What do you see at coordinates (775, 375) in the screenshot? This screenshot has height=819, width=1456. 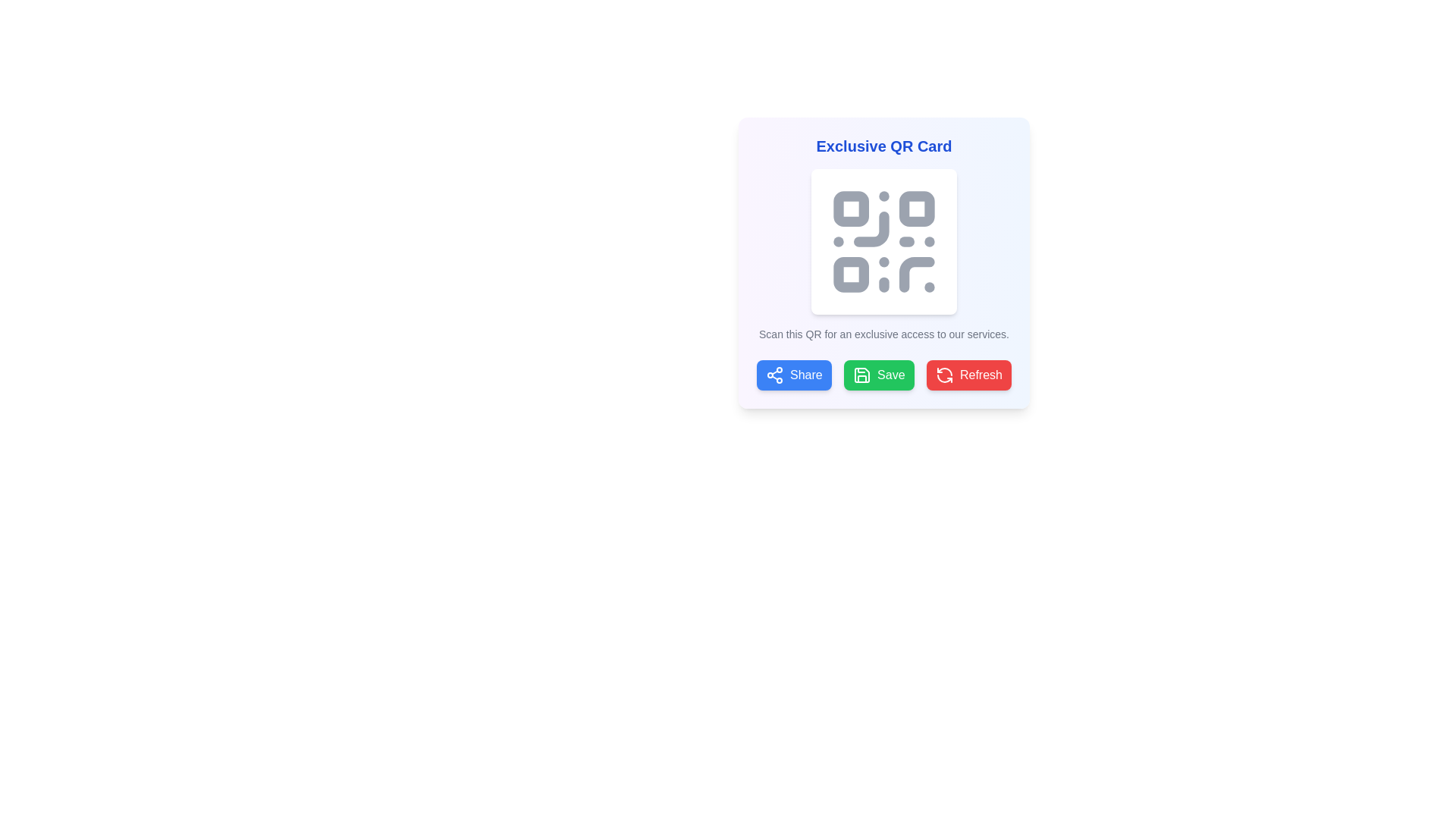 I see `the share icon, which resembles a share symbol with three dots connected by lines, located to the left of the Share text within the Share button at the bottom of the panel containing the QR code` at bounding box center [775, 375].